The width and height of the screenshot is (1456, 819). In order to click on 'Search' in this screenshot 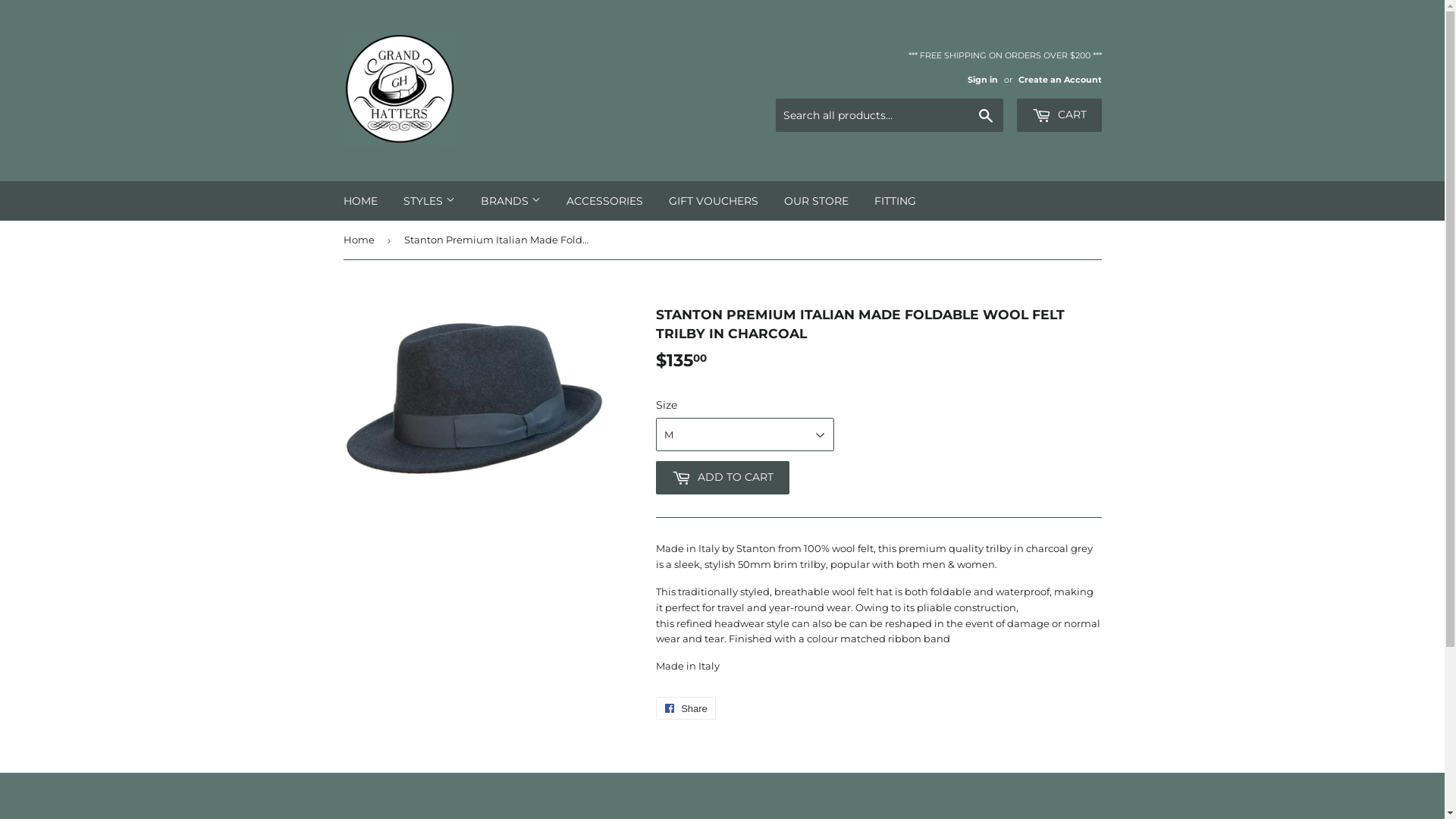, I will do `click(968, 115)`.